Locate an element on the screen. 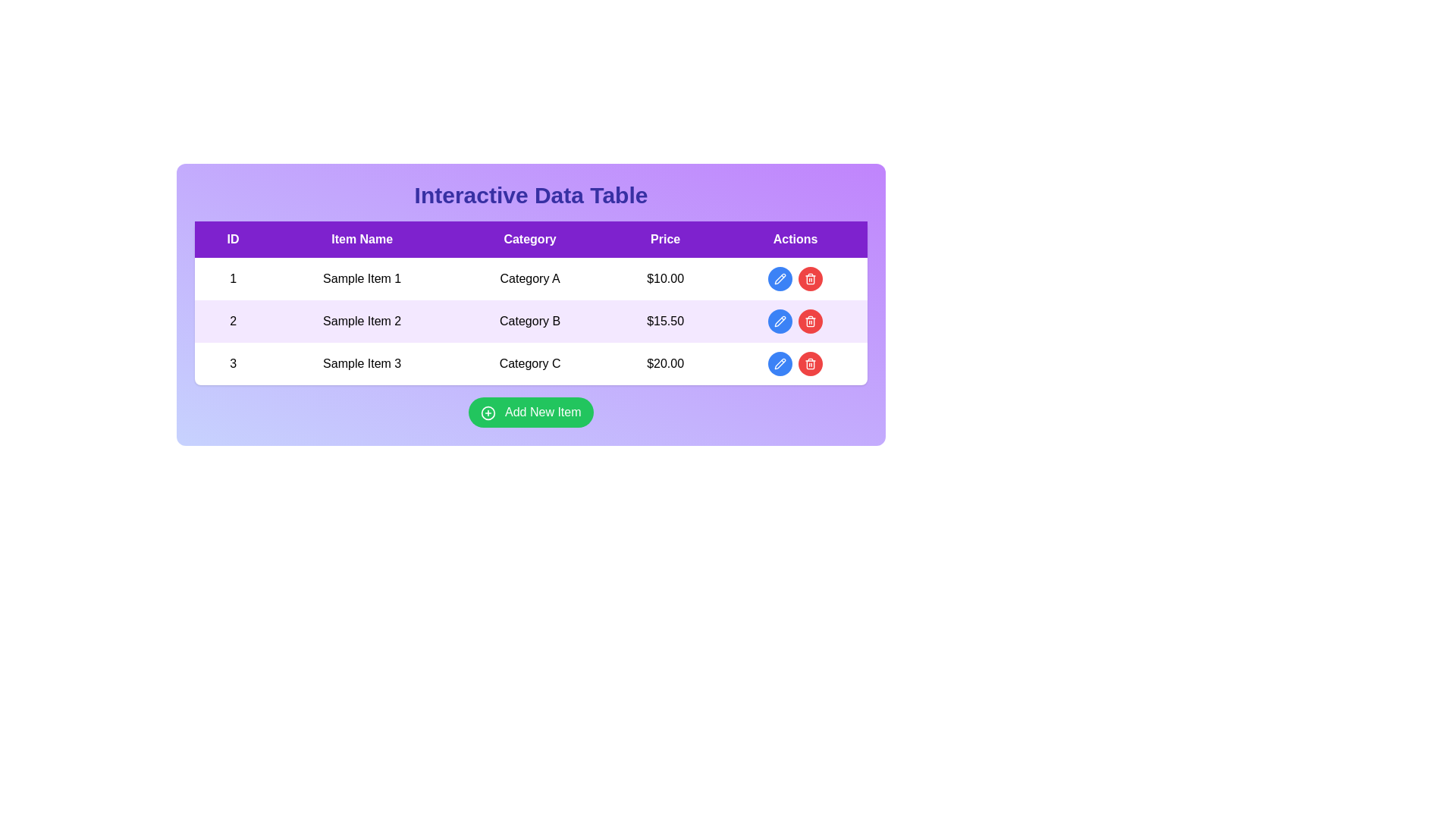 The width and height of the screenshot is (1456, 819). the text entry displaying 'Category A' located in the first row of the data table under the 'Category' column is located at coordinates (531, 278).